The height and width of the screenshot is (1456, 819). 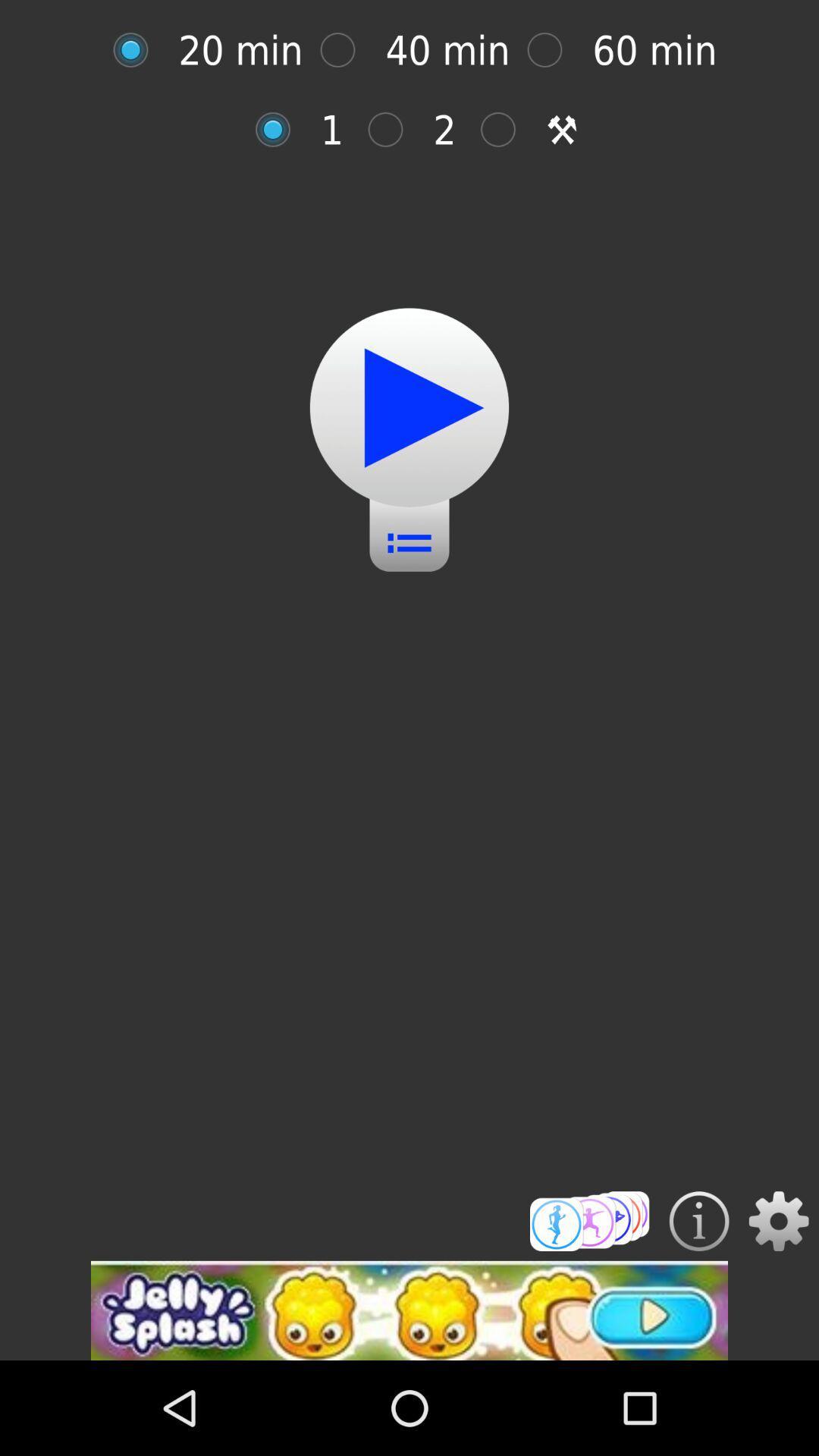 What do you see at coordinates (506, 130) in the screenshot?
I see `this option` at bounding box center [506, 130].